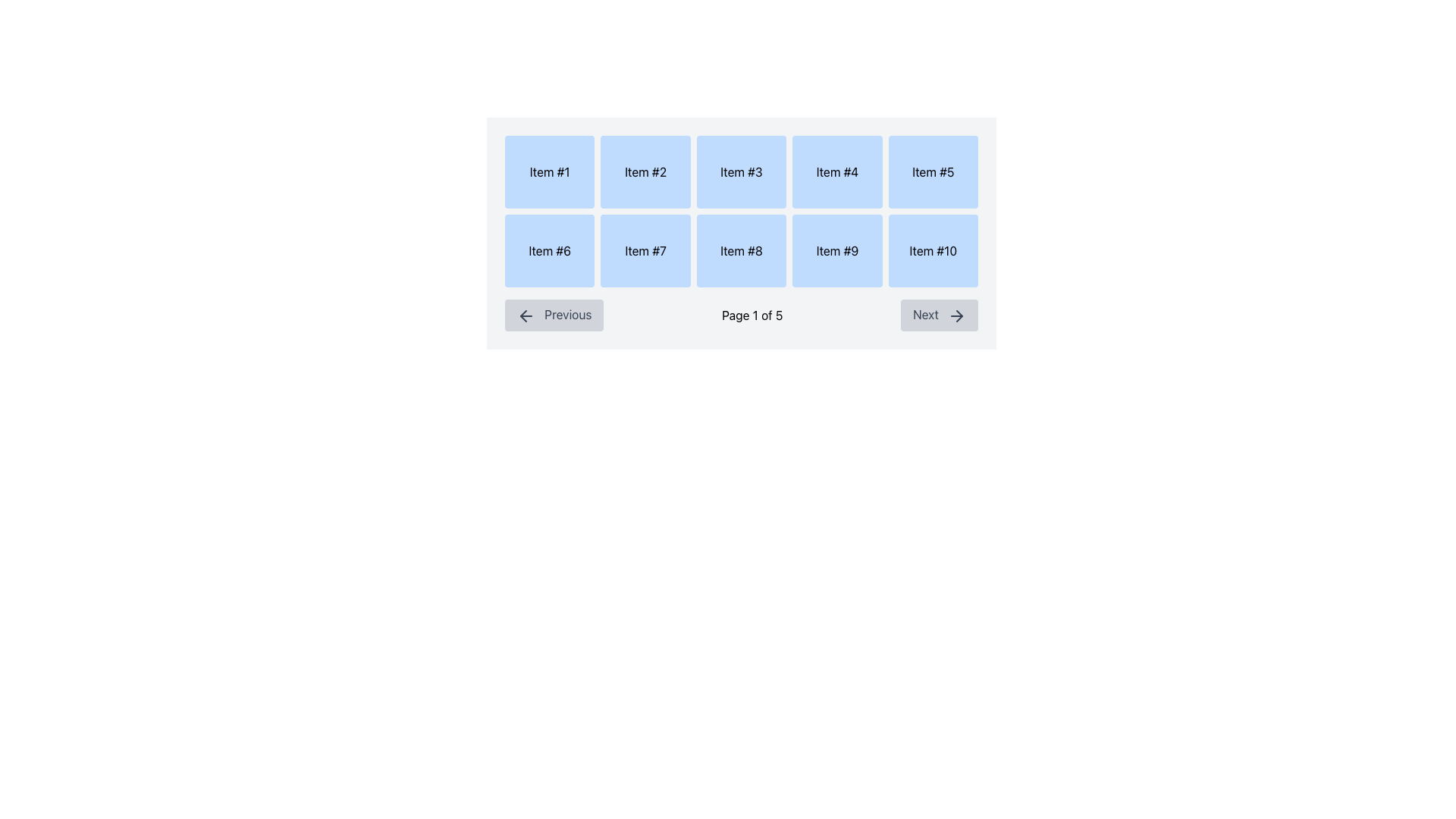 The height and width of the screenshot is (819, 1456). I want to click on the text label displaying 'Item #6', so click(549, 250).